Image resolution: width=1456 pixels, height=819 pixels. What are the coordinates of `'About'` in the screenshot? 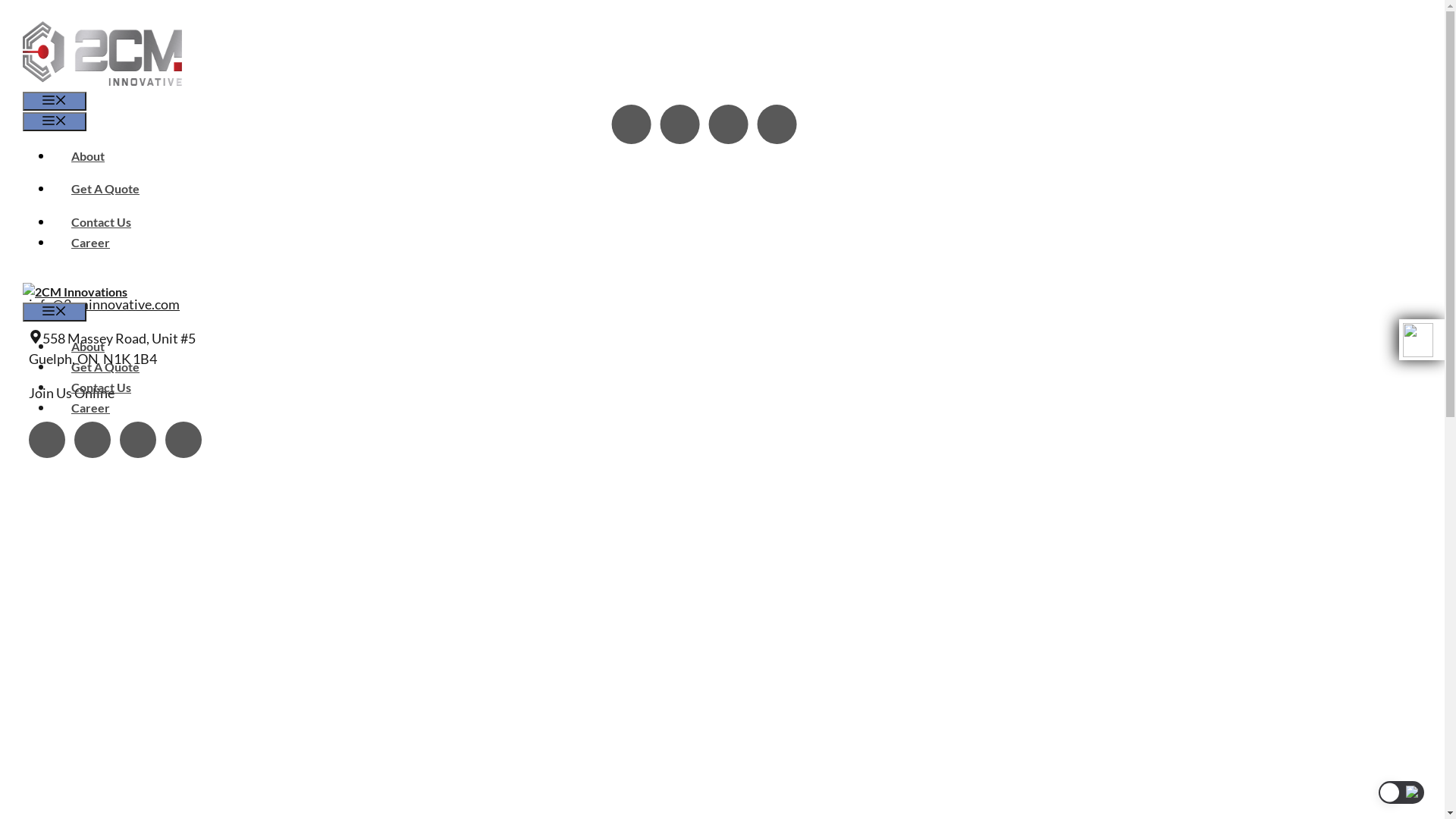 It's located at (86, 346).